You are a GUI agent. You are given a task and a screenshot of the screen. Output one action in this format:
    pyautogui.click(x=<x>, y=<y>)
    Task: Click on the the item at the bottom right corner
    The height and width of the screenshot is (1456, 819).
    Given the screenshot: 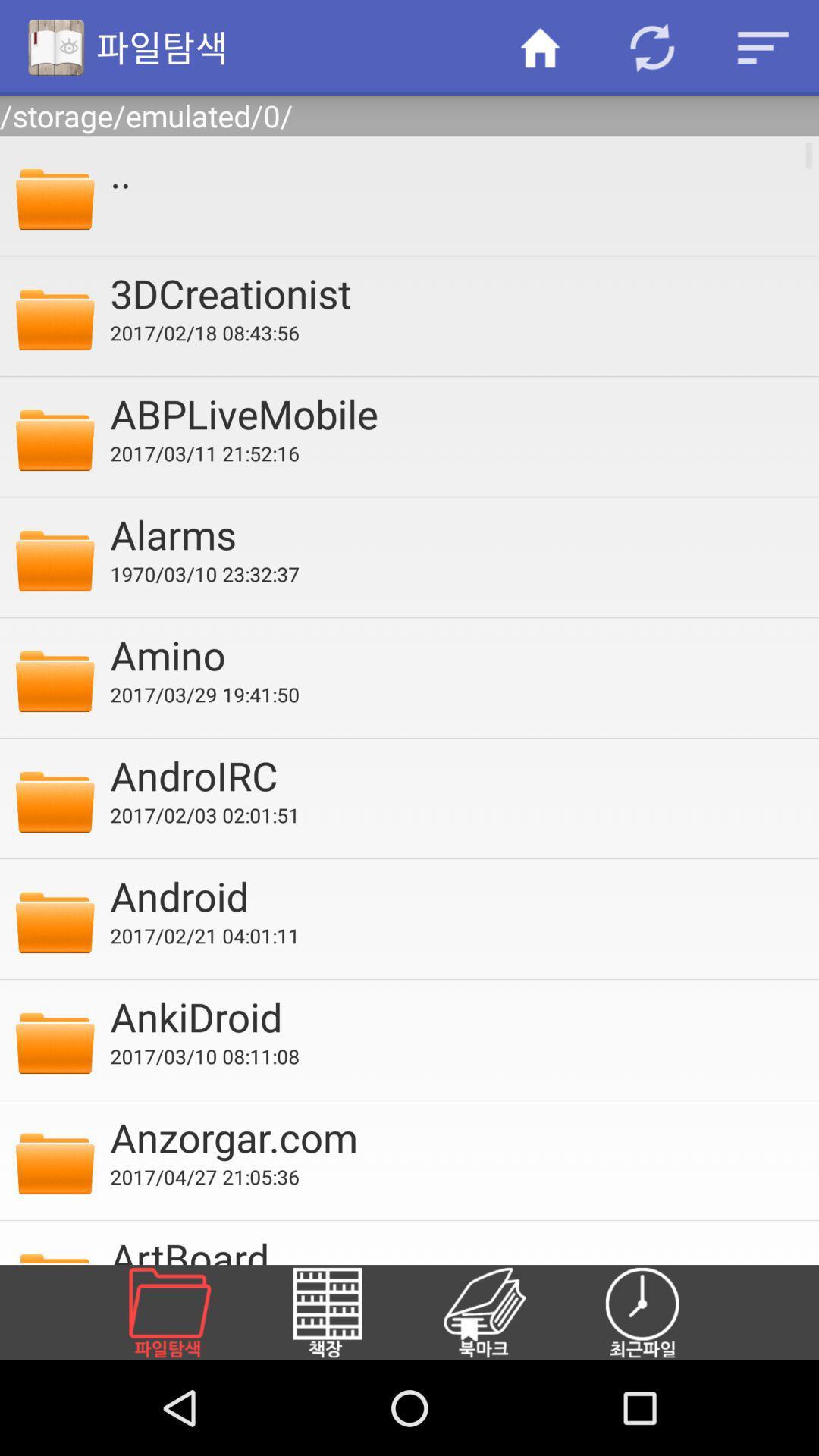 What is the action you would take?
    pyautogui.click(x=660, y=1312)
    